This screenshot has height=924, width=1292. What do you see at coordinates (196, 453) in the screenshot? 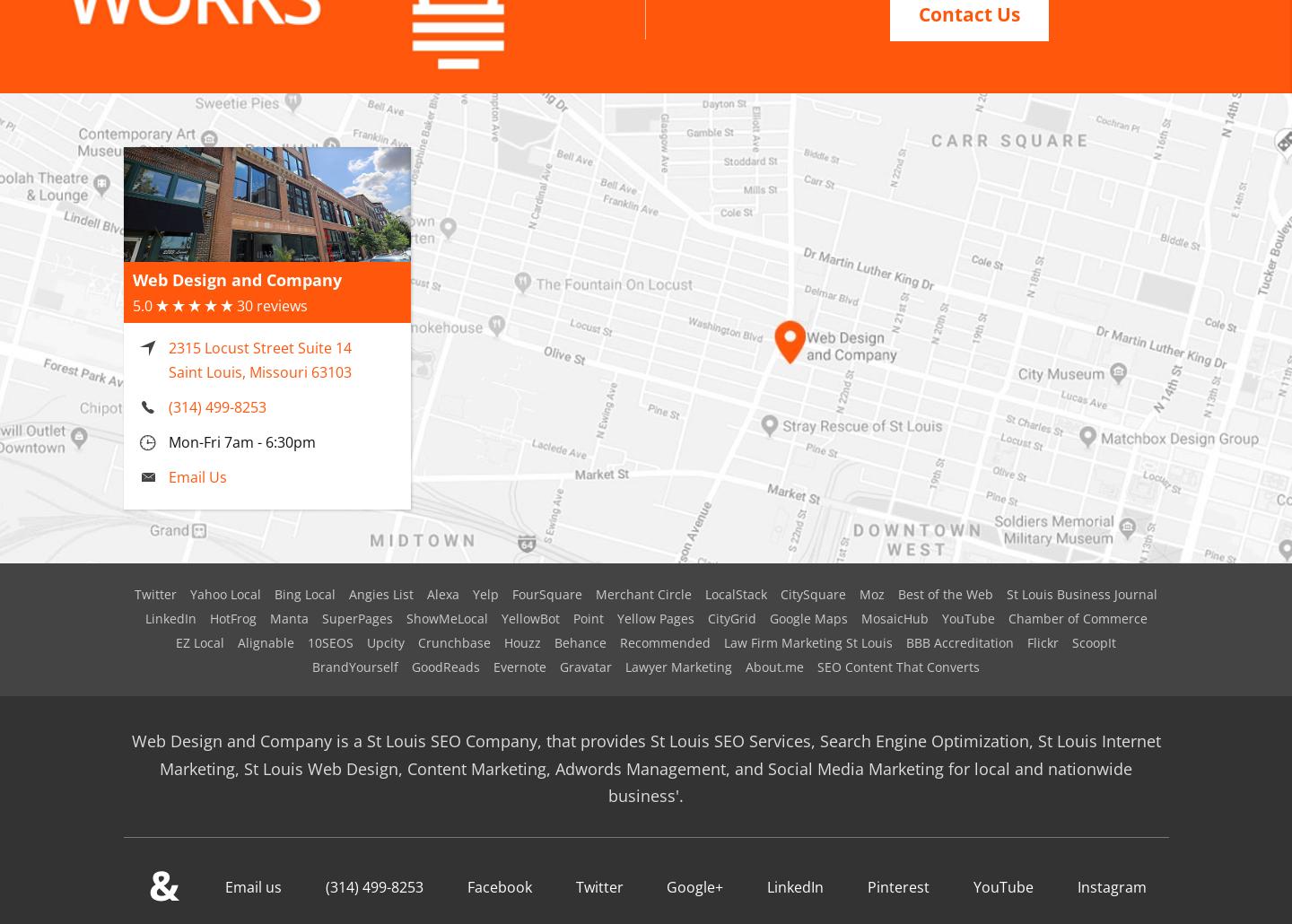
I see `'Email Us'` at bounding box center [196, 453].